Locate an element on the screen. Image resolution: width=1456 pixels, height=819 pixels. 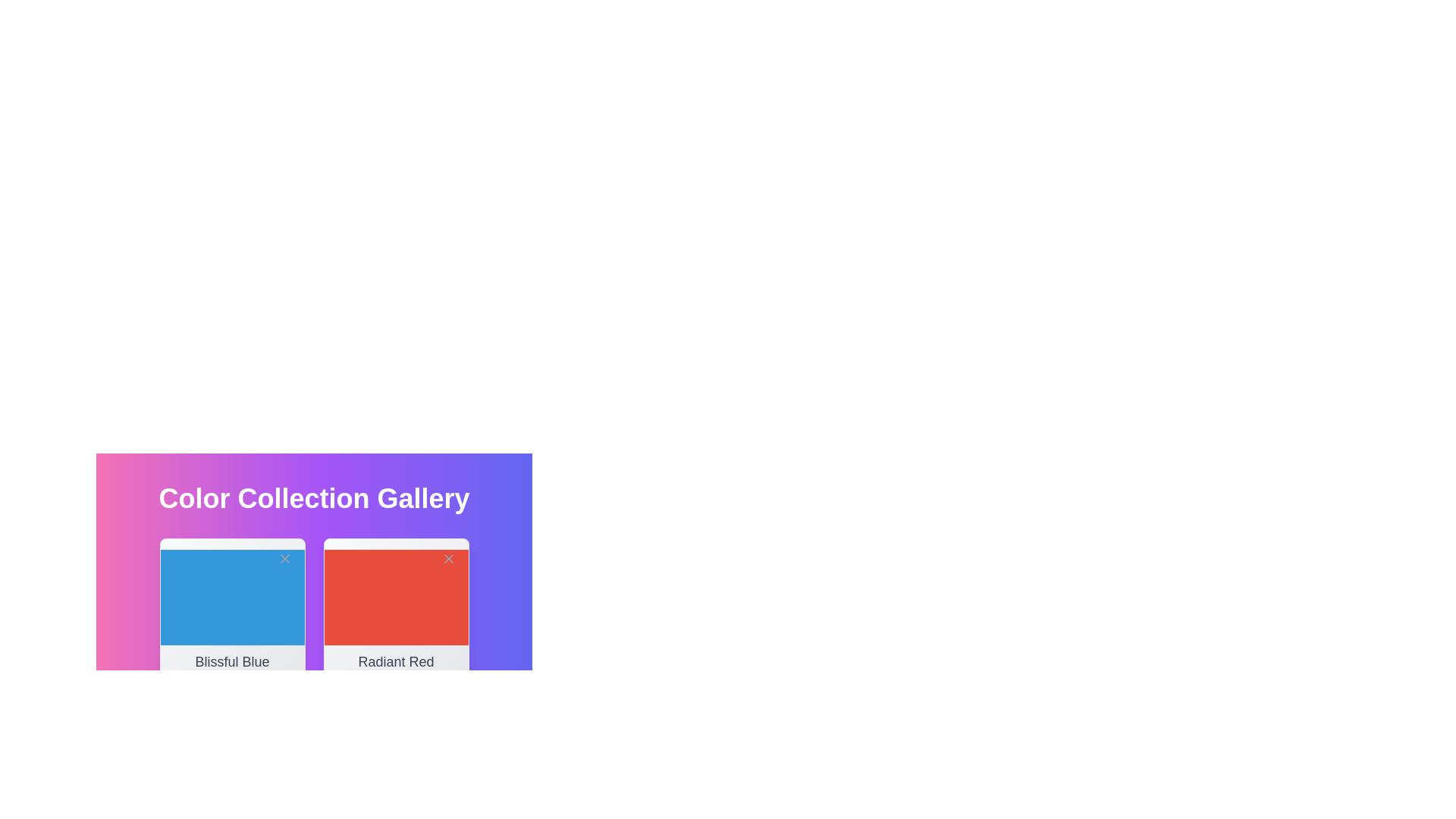
the prominent textual header 'Color Collection Gallery' which is displayed in a bold, white font on a vibrant gradient background is located at coordinates (313, 499).